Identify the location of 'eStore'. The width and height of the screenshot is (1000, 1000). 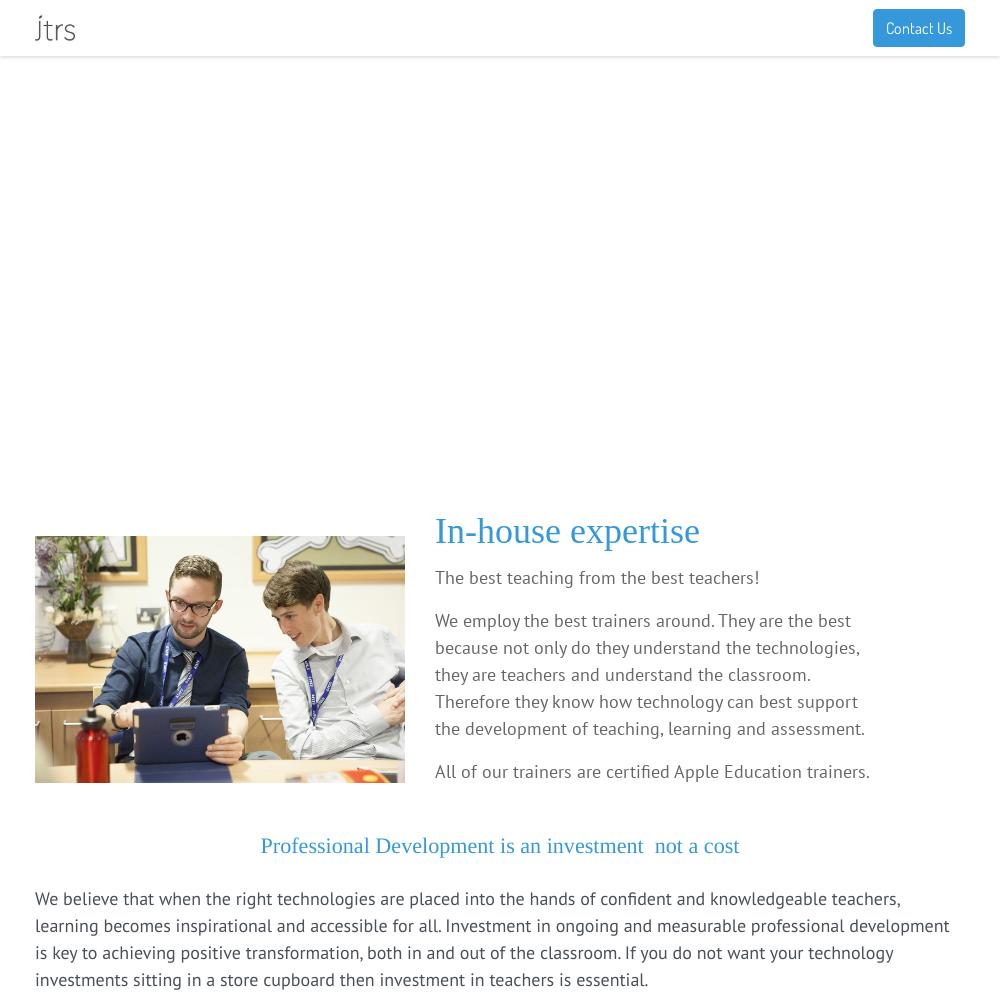
(532, 27).